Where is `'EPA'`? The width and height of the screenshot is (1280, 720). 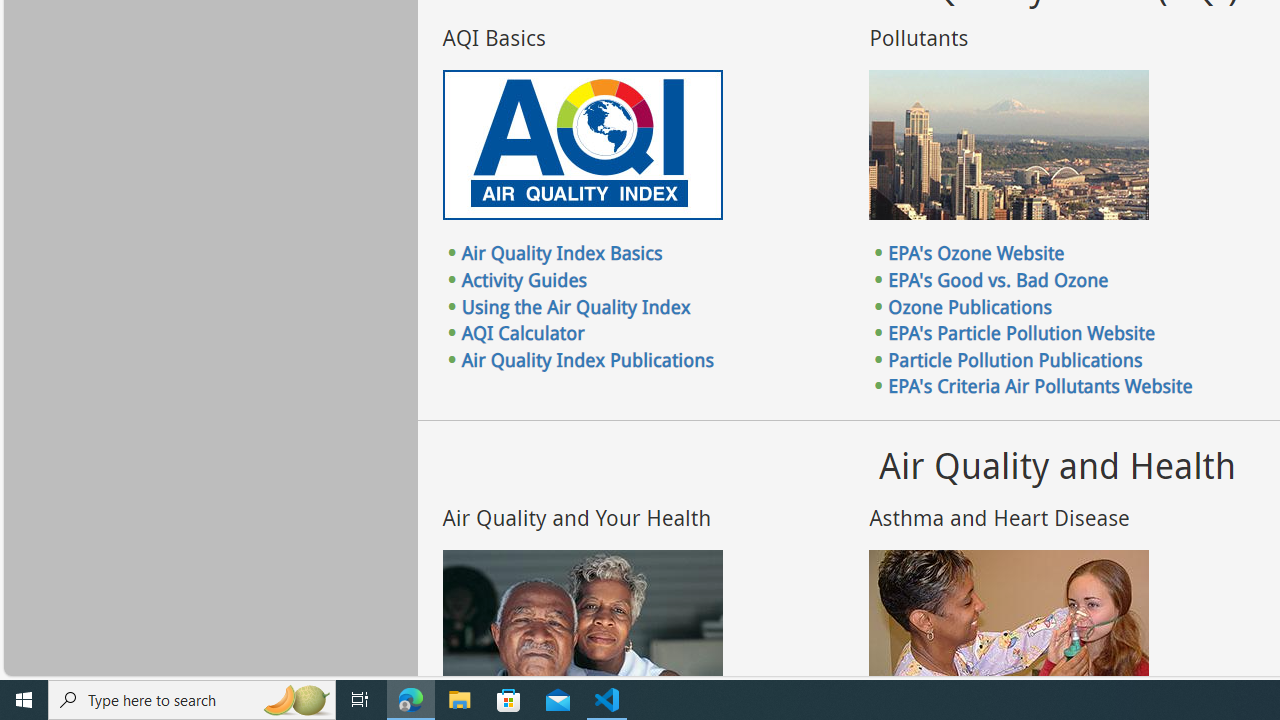 'EPA' is located at coordinates (976, 252).